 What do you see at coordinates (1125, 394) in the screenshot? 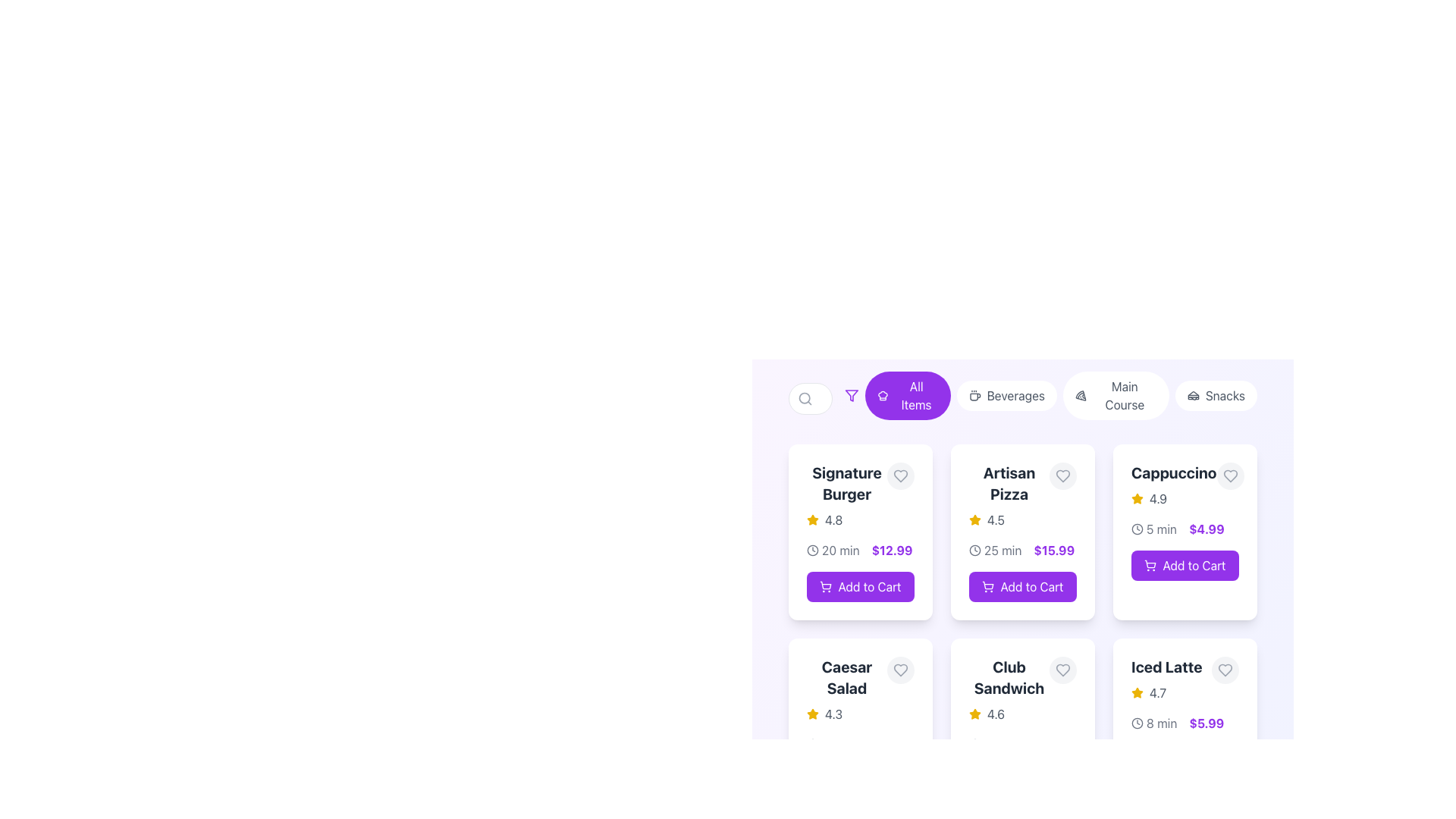
I see `the text label displaying 'Main Course' located in the navigation section at the top of the interface` at bounding box center [1125, 394].